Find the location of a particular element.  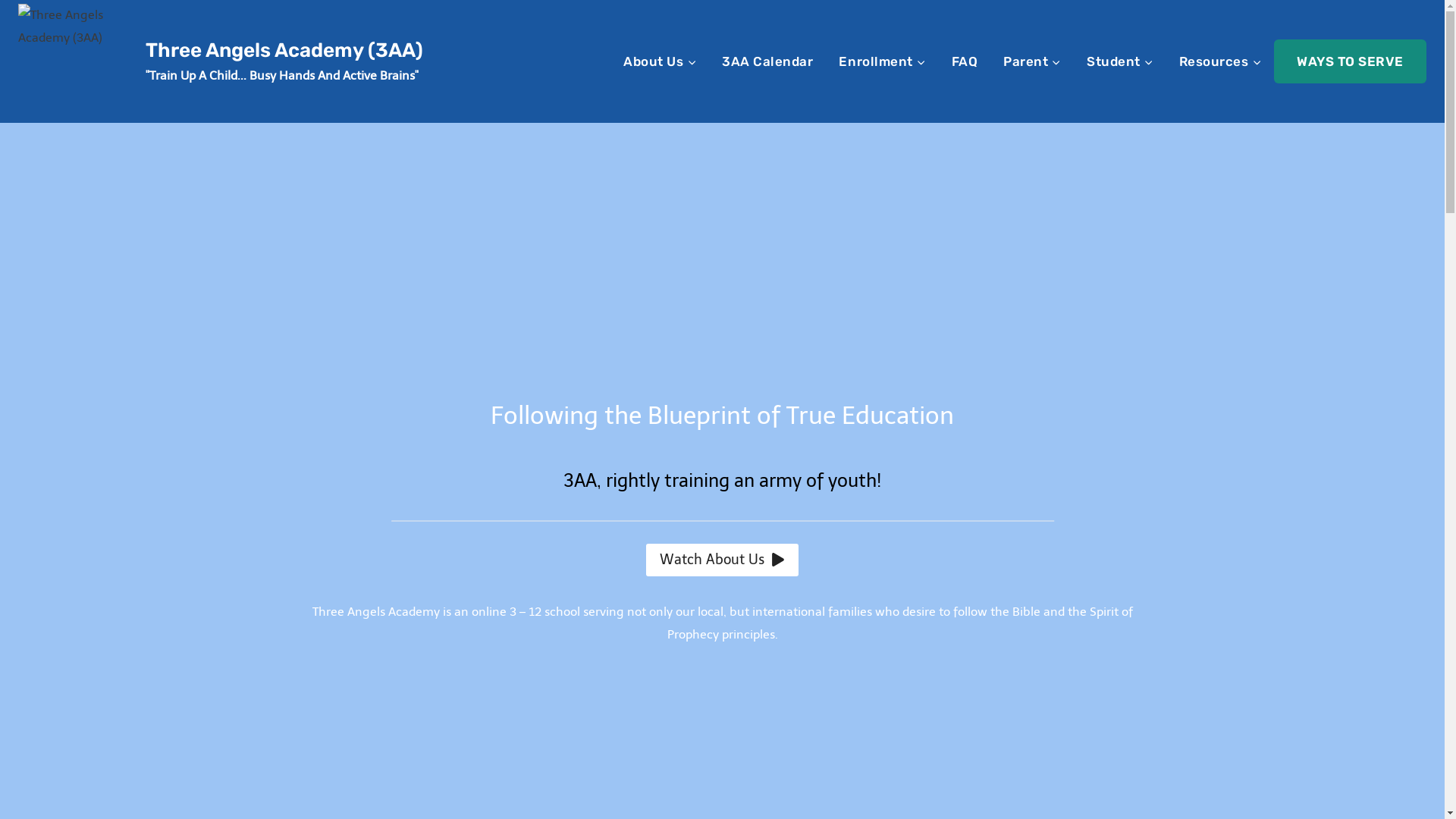

'Watch About Us' is located at coordinates (645, 560).